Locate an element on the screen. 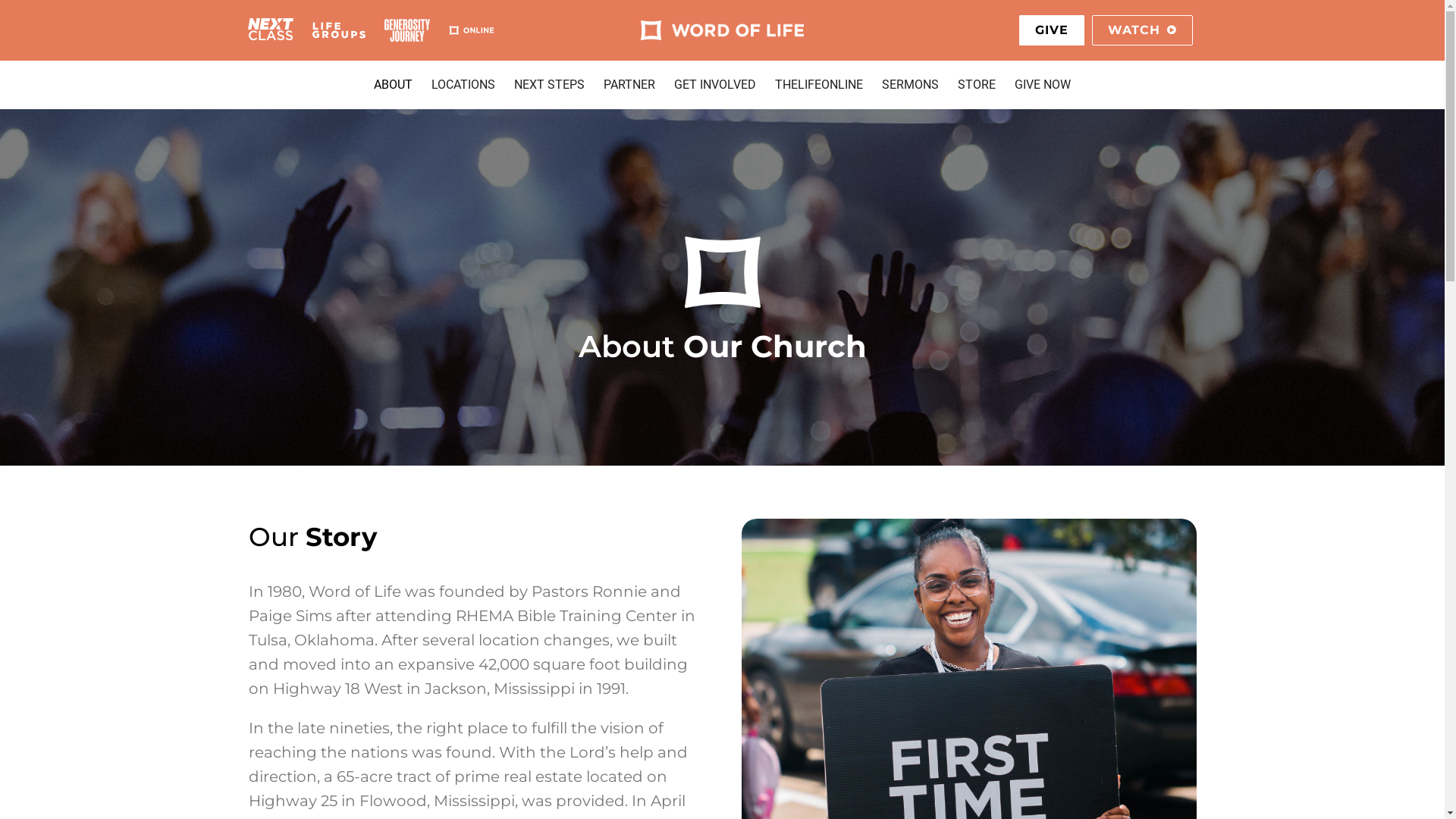  'WATCH' is located at coordinates (1092, 30).